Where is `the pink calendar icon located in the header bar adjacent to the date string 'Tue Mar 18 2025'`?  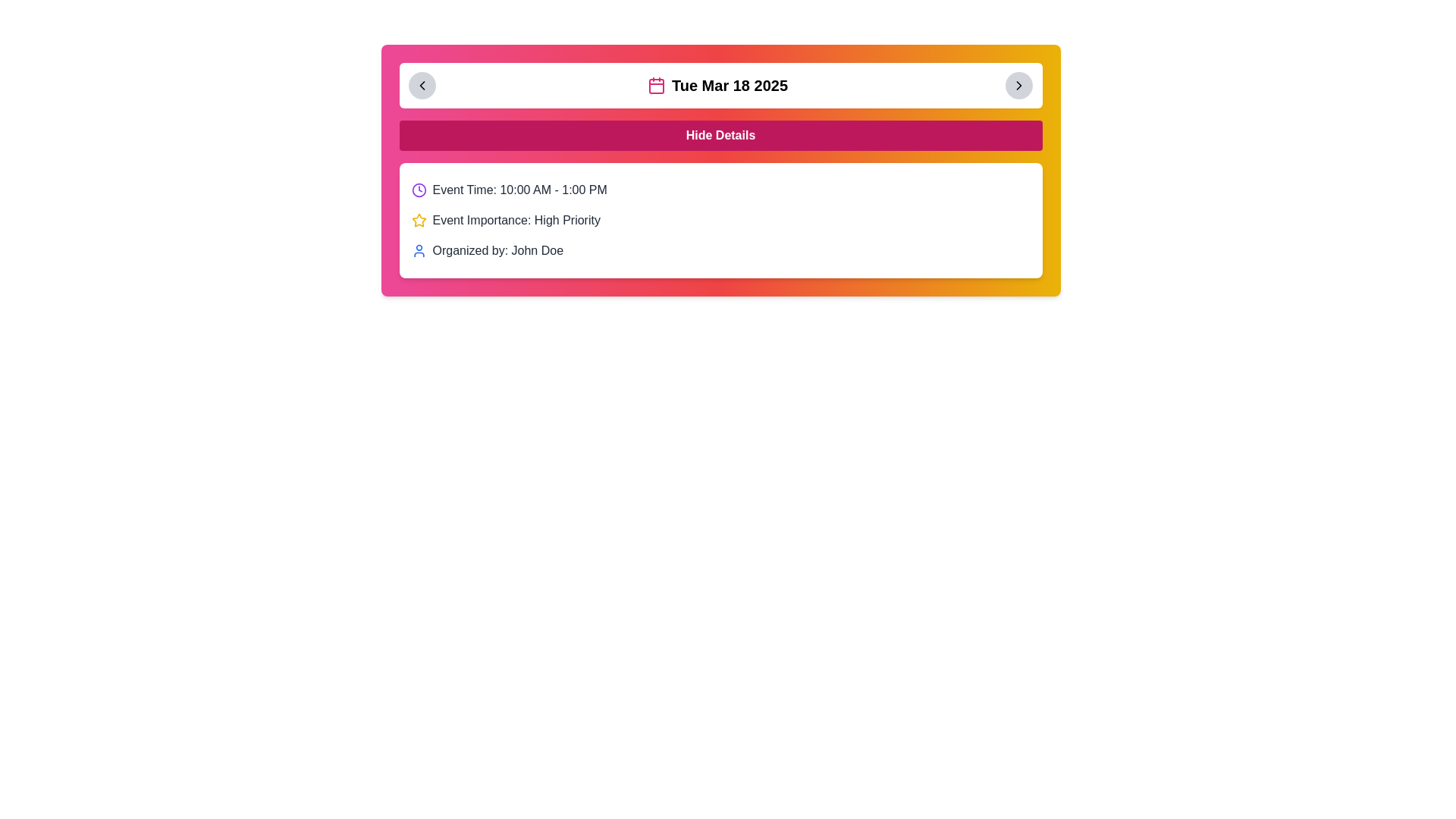 the pink calendar icon located in the header bar adjacent to the date string 'Tue Mar 18 2025' is located at coordinates (656, 85).